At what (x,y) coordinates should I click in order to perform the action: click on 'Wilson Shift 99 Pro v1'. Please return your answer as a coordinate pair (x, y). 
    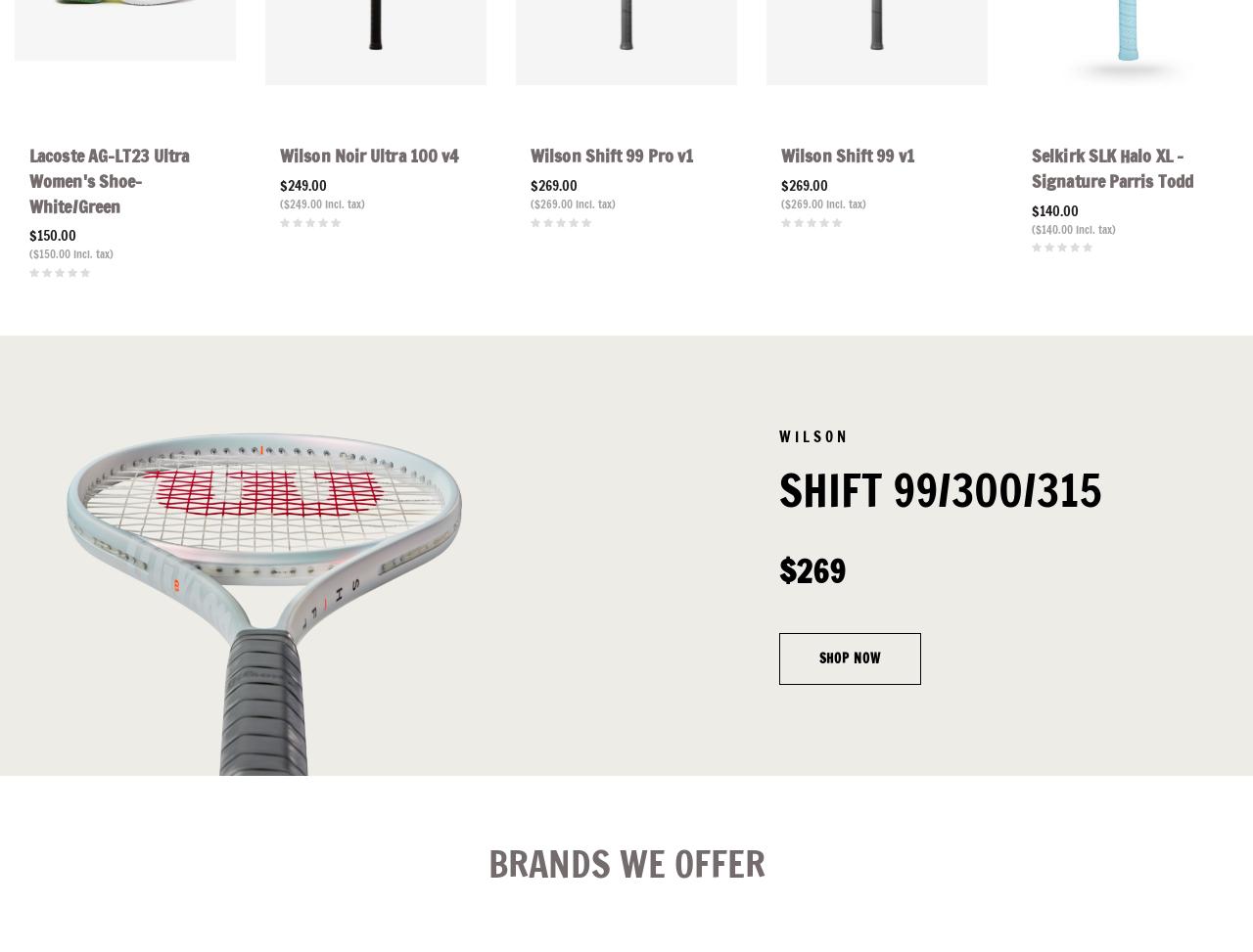
    Looking at the image, I should click on (611, 155).